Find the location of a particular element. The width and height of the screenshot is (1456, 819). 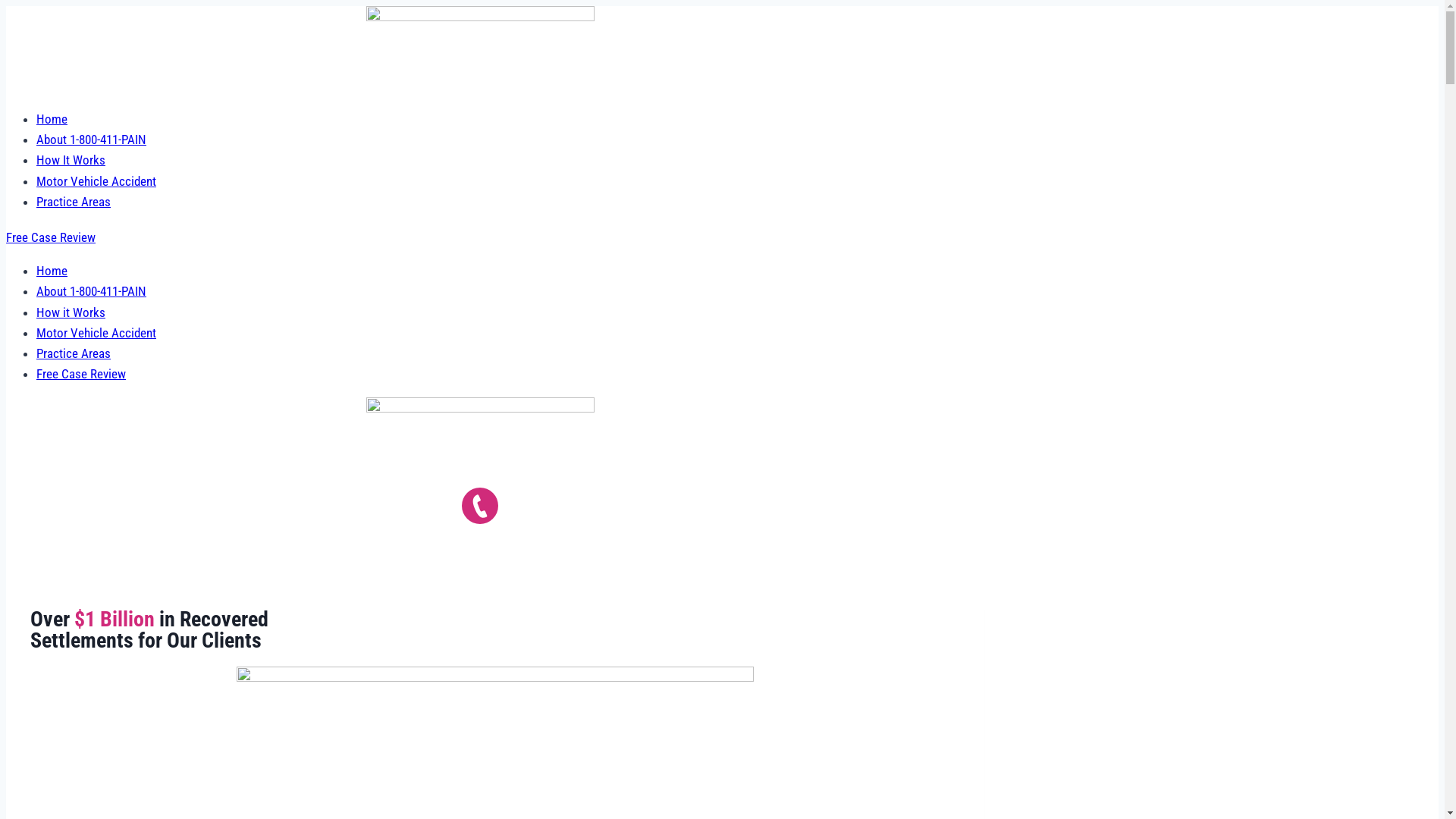

'About 1-800-411-PAIN' is located at coordinates (36, 140).